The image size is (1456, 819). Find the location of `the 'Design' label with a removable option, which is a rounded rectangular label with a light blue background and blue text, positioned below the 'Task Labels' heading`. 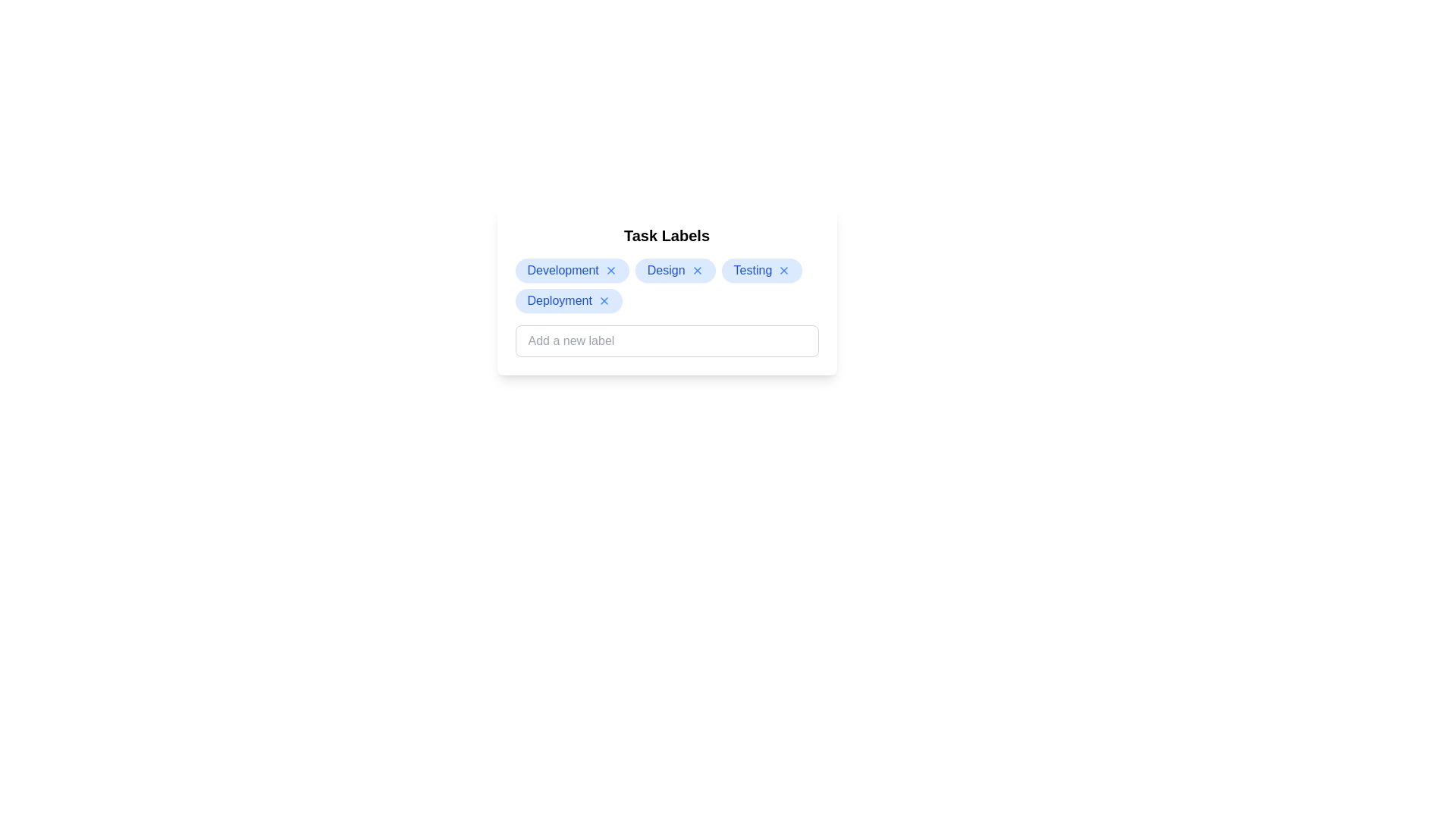

the 'Design' label with a removable option, which is a rounded rectangular label with a light blue background and blue text, positioned below the 'Task Labels' heading is located at coordinates (674, 270).